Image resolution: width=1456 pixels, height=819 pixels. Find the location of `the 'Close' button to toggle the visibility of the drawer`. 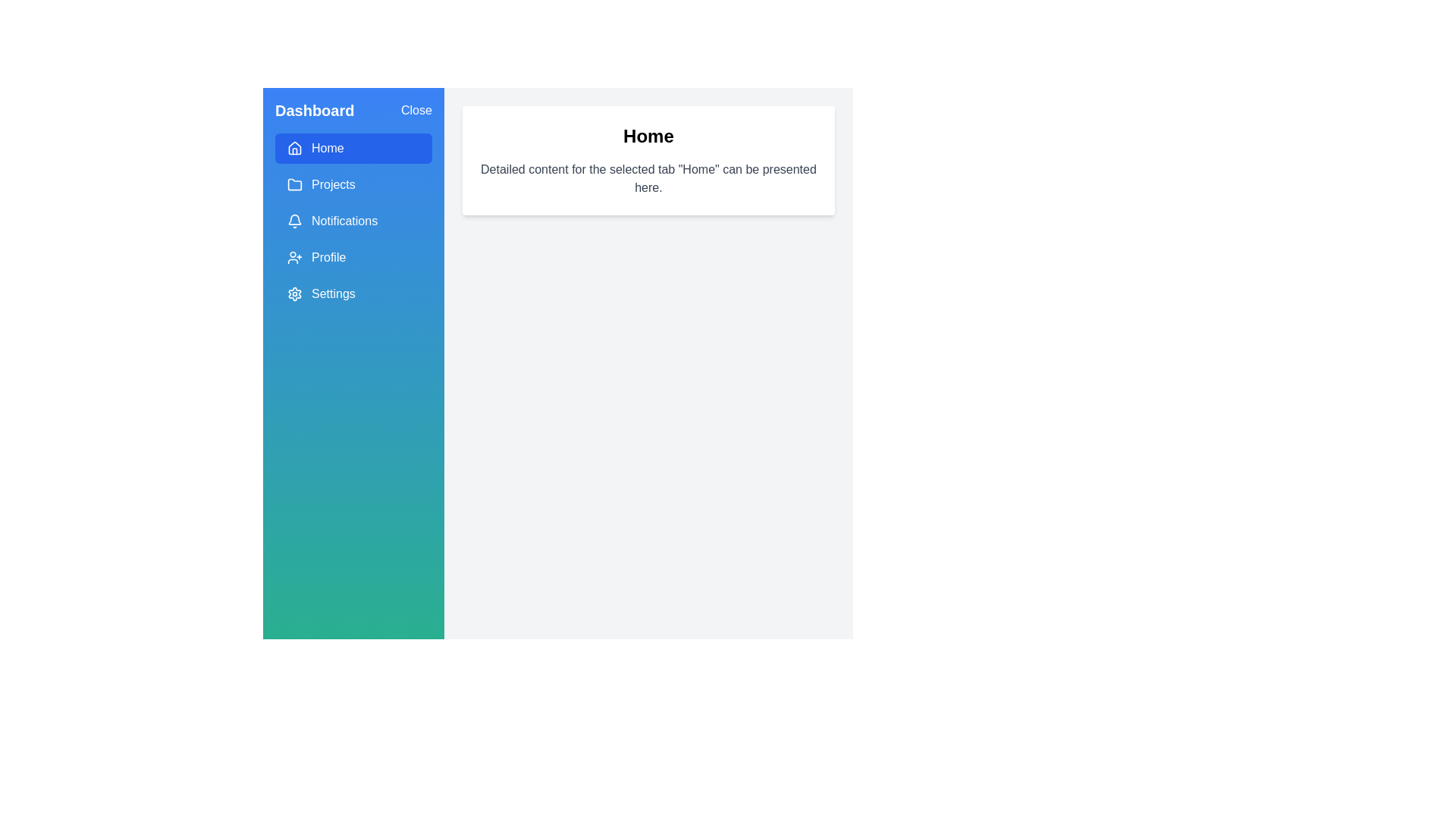

the 'Close' button to toggle the visibility of the drawer is located at coordinates (416, 110).